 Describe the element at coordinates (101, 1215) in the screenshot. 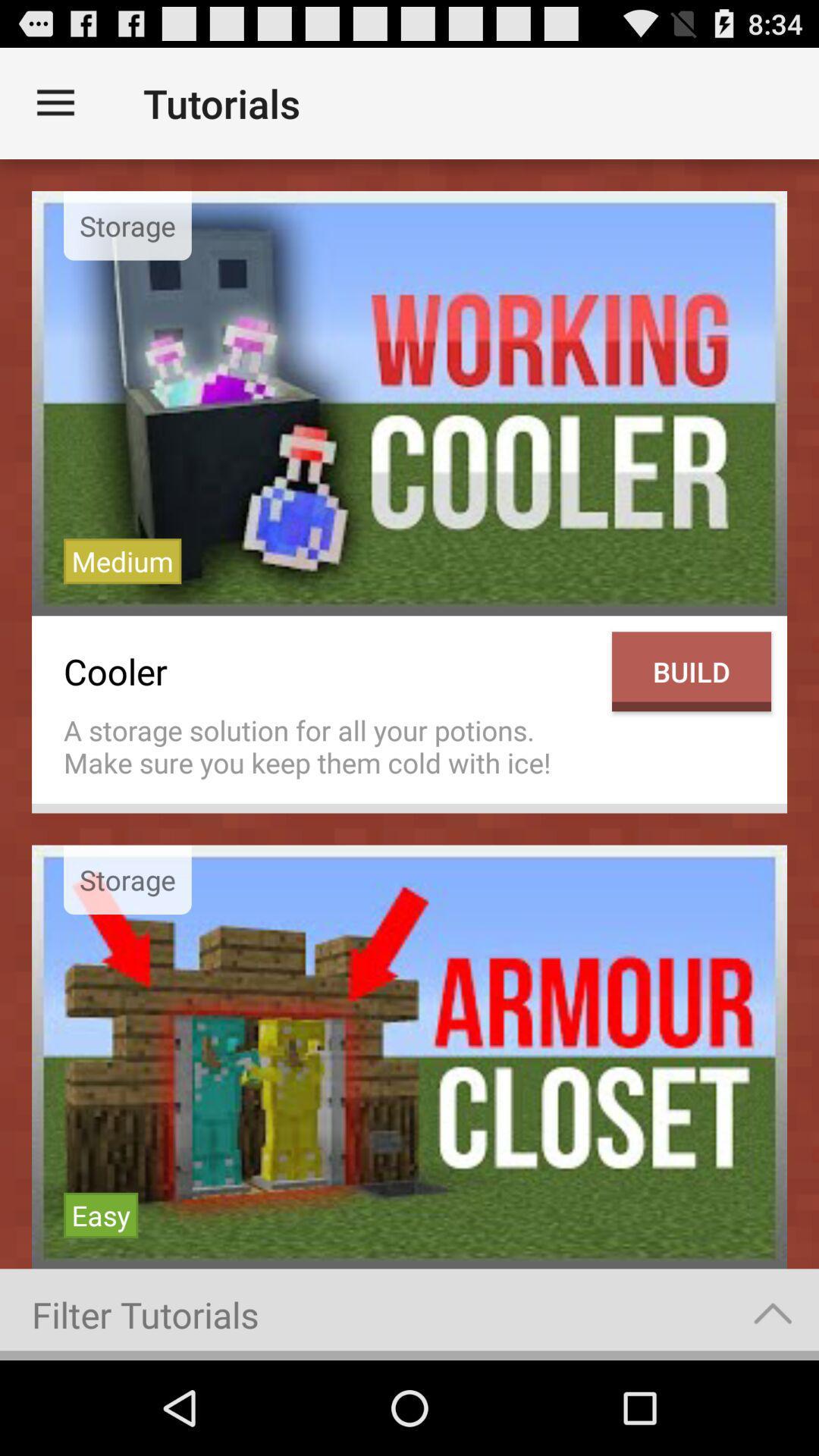

I see `the item above filter tutorials item` at that location.